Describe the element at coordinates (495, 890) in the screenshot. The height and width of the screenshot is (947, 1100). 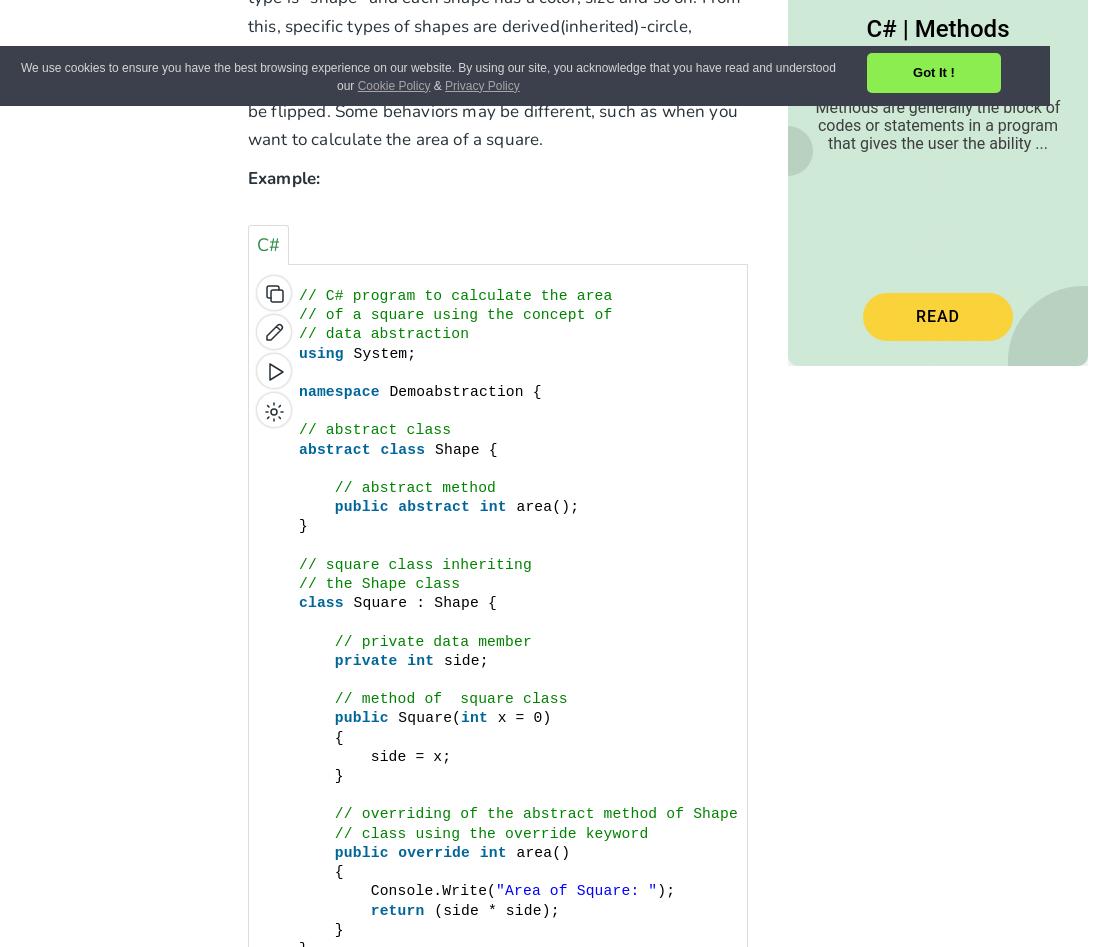
I see `'"Area of Square: "'` at that location.